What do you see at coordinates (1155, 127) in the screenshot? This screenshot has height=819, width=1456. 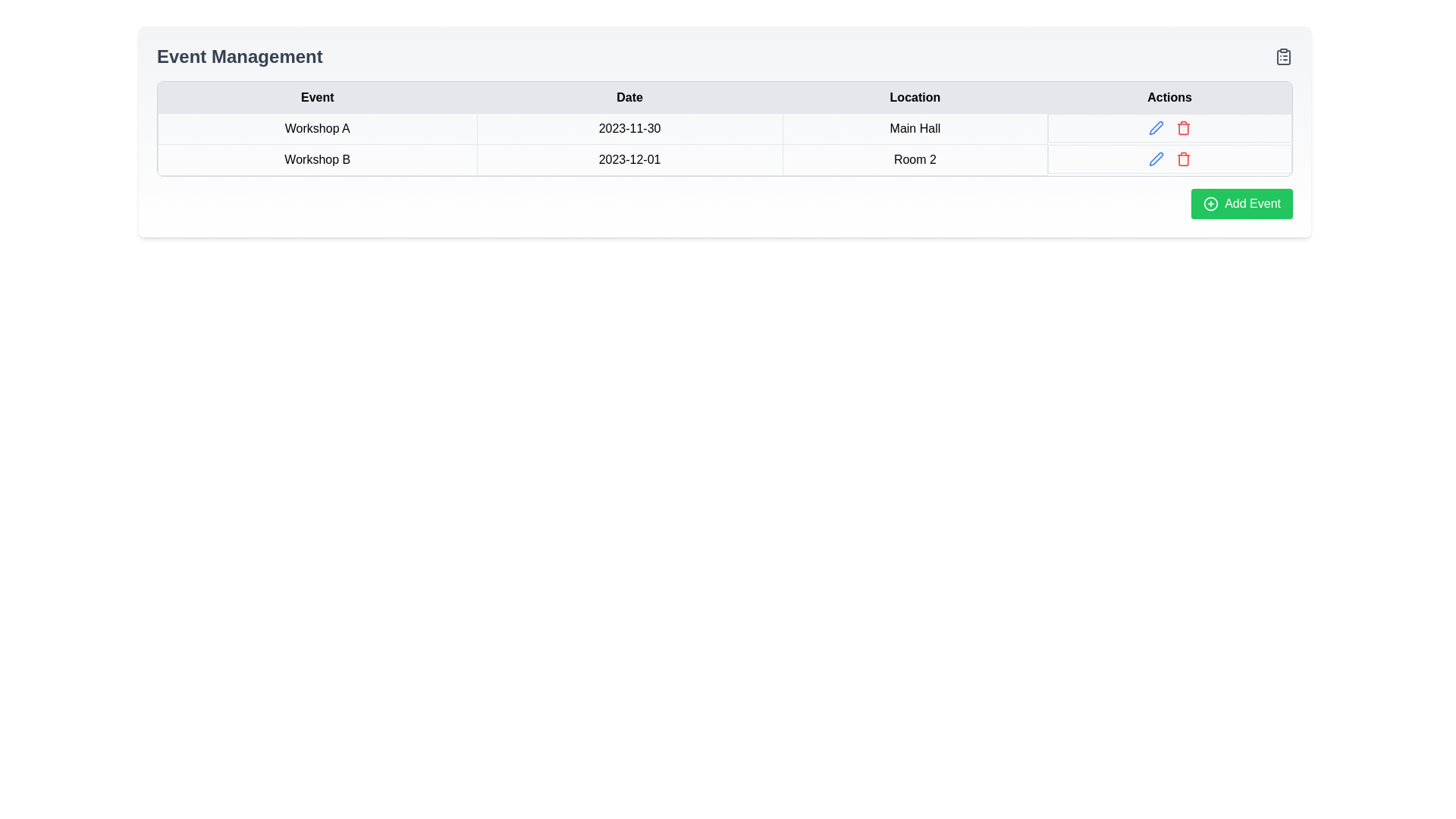 I see `the edit icon button, identifiable by a pen or pencil symbol, located in the action column of the 'Workshop B' row to initiate the edit action` at bounding box center [1155, 127].